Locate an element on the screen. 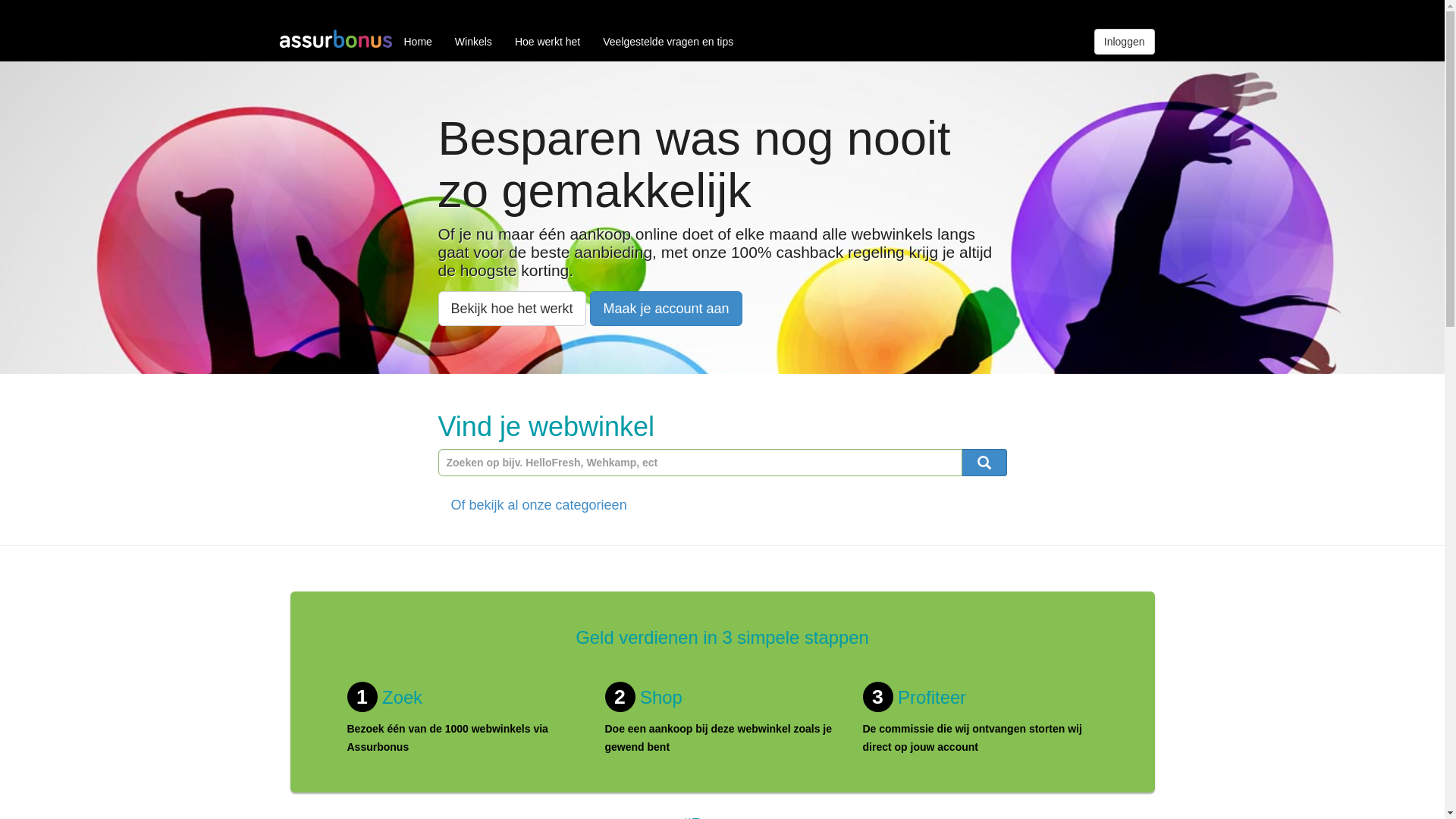 This screenshot has width=1456, height=819. 'Maak je account aan' is located at coordinates (666, 308).